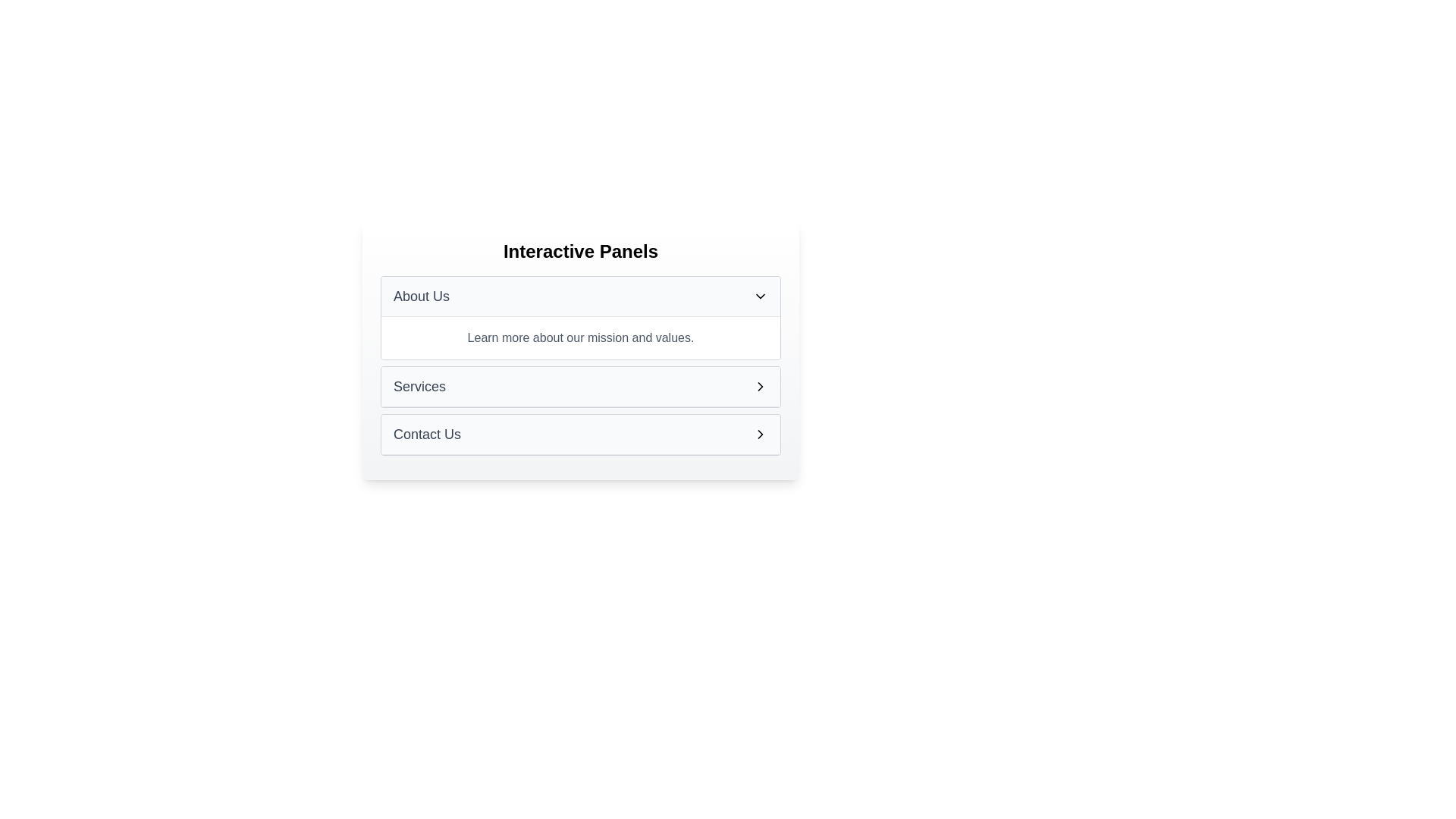 The height and width of the screenshot is (819, 1456). I want to click on the 'About Us' text label, which serves as a section header for its associated interactive content, positioned in the upper part of the interface adjacent to a chevron icon, so click(422, 296).